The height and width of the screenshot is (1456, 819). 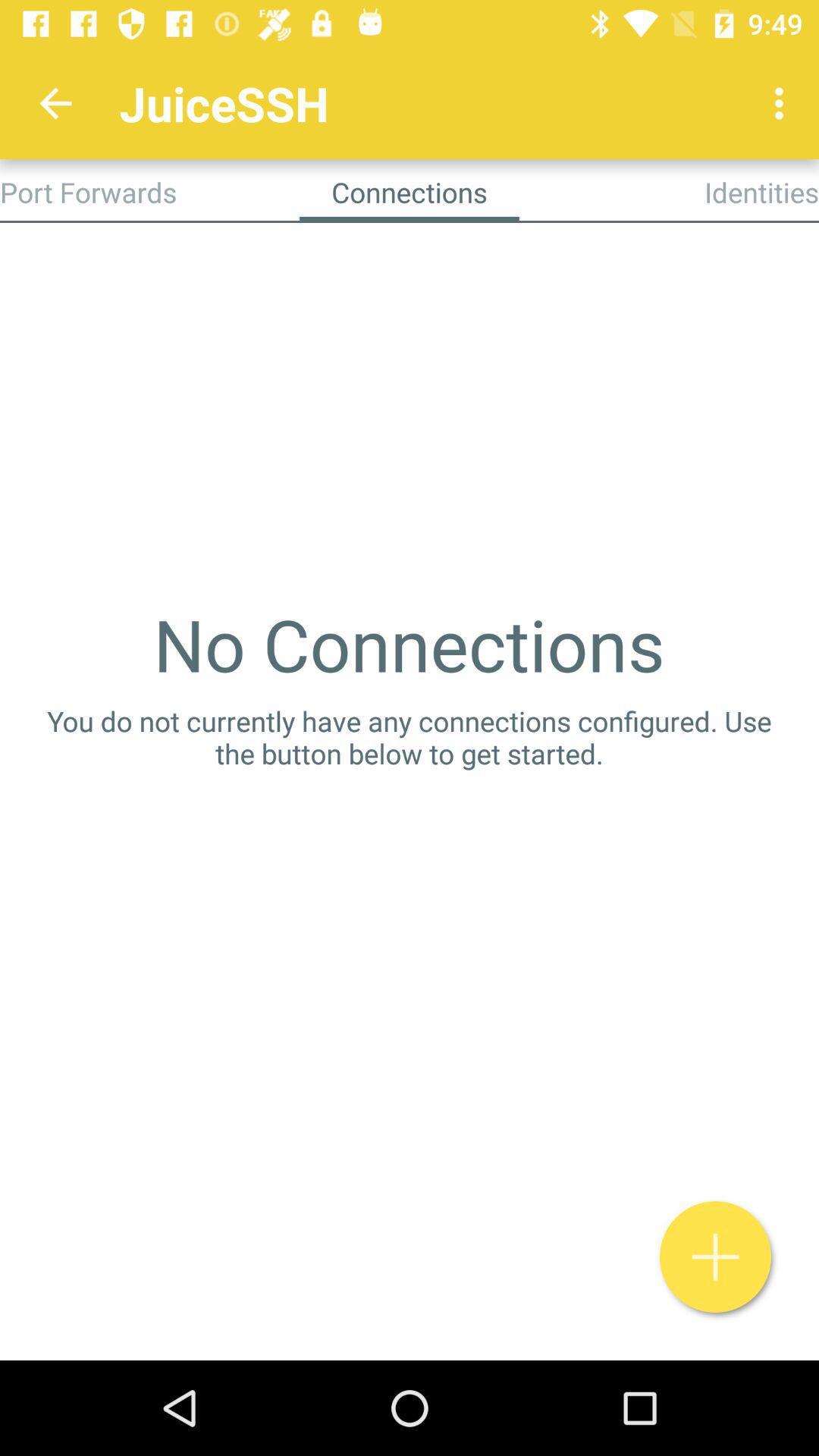 What do you see at coordinates (761, 191) in the screenshot?
I see `the identities item` at bounding box center [761, 191].